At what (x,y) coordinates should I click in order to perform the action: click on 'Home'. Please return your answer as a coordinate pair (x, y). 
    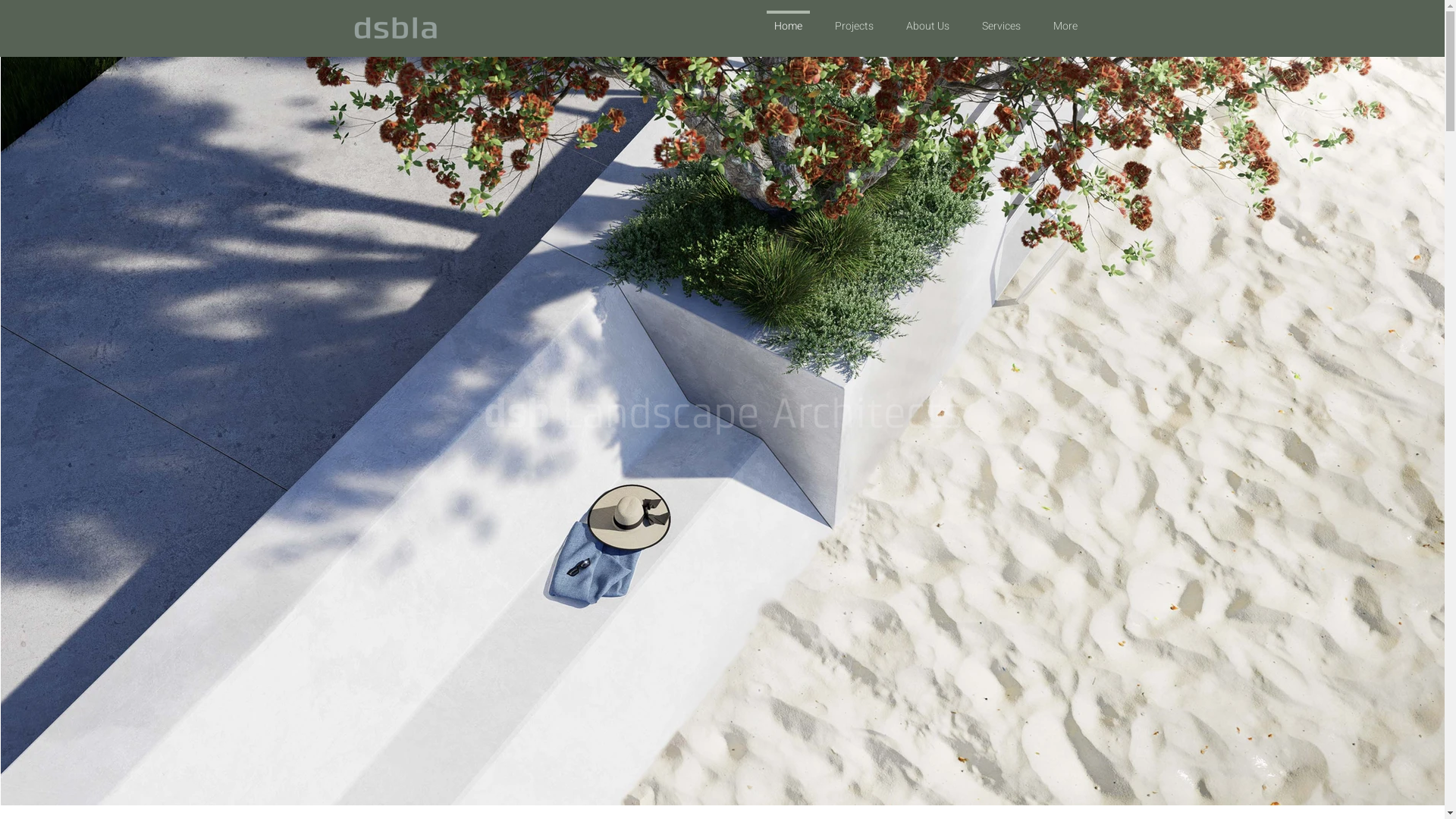
    Looking at the image, I should click on (787, 19).